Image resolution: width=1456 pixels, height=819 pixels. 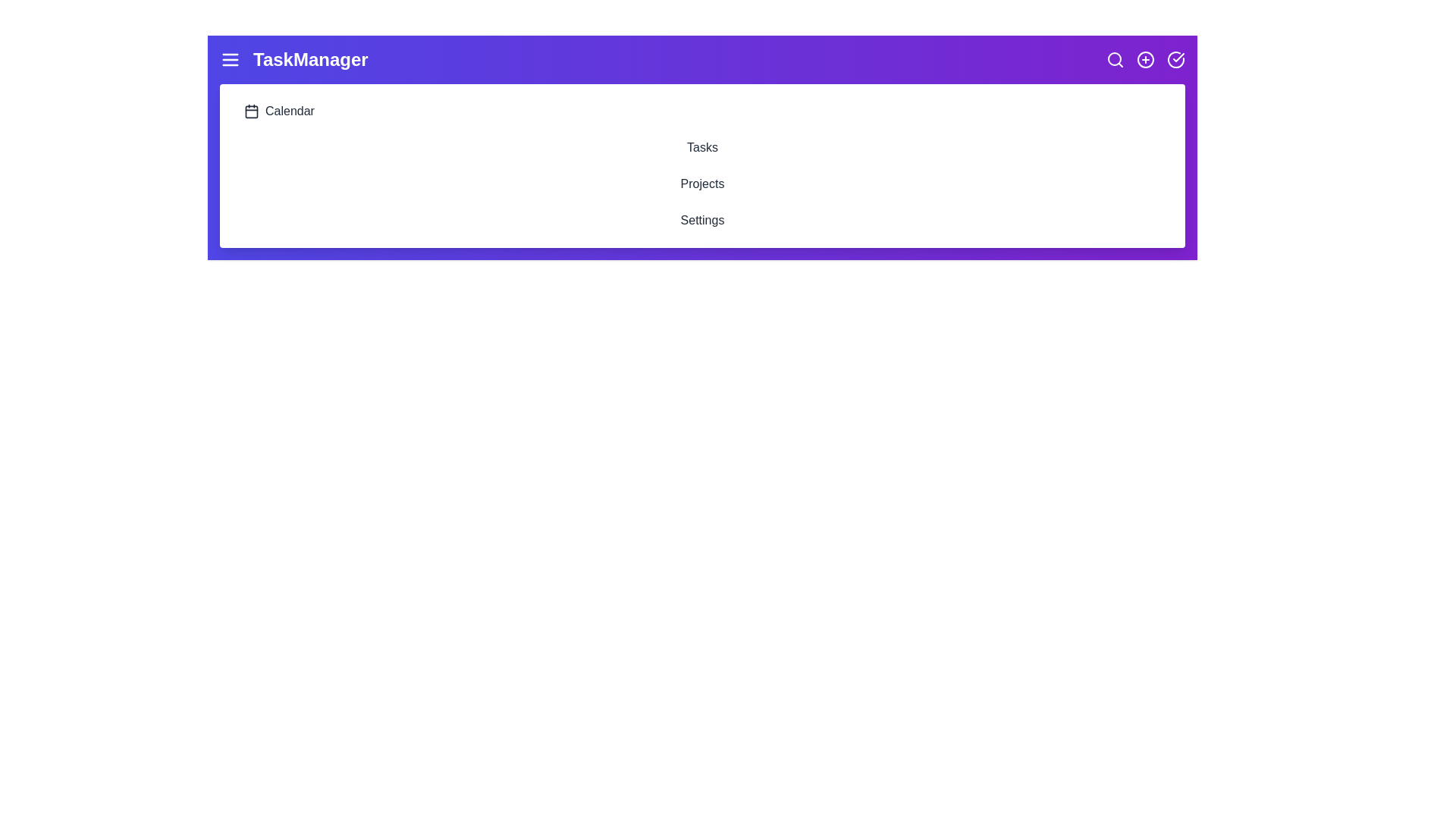 I want to click on the 'Tasks' list item in the menu to navigate to the Tasks section, so click(x=701, y=148).